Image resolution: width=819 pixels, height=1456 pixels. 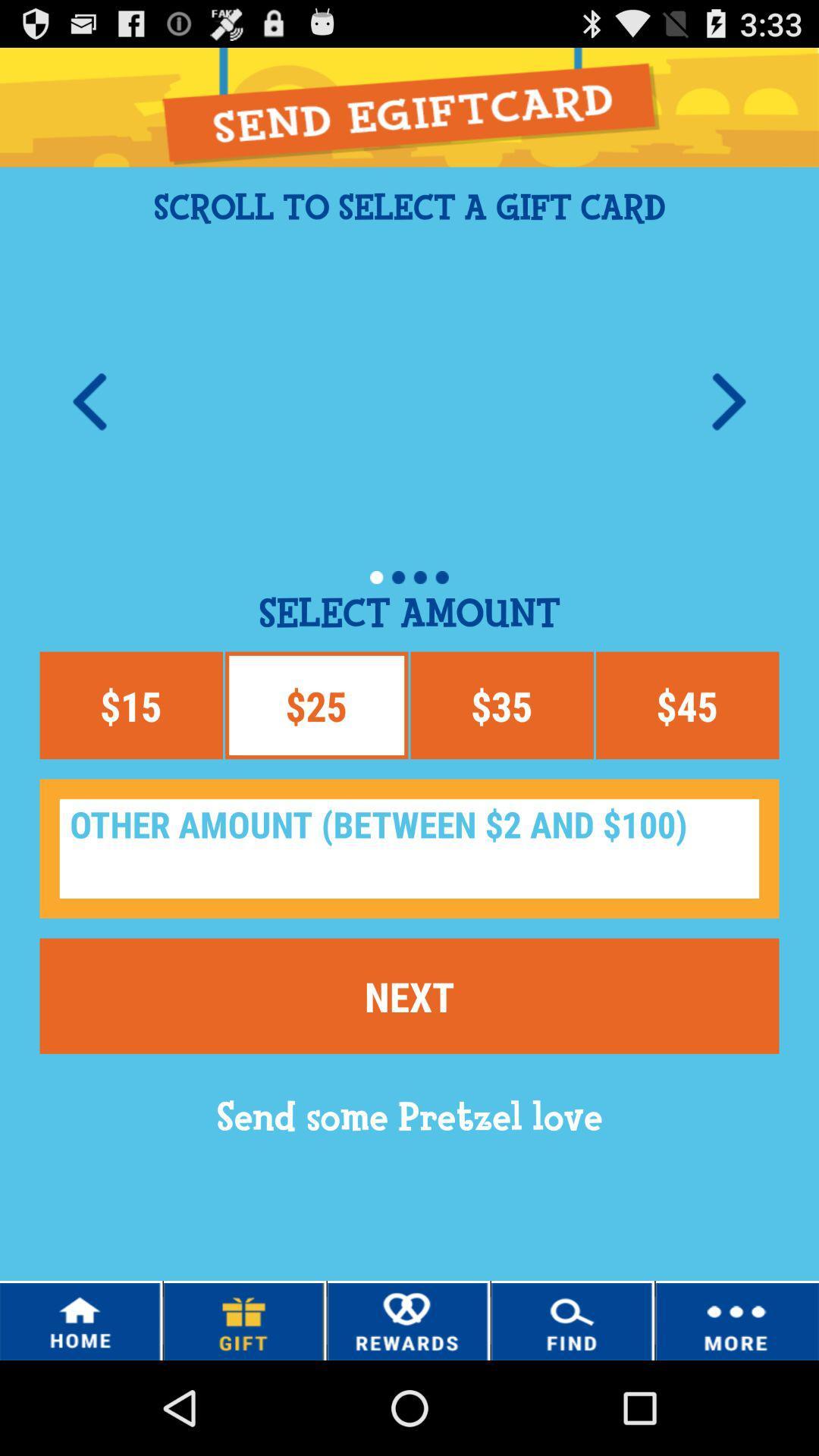 I want to click on the arrow_backward icon, so click(x=89, y=428).